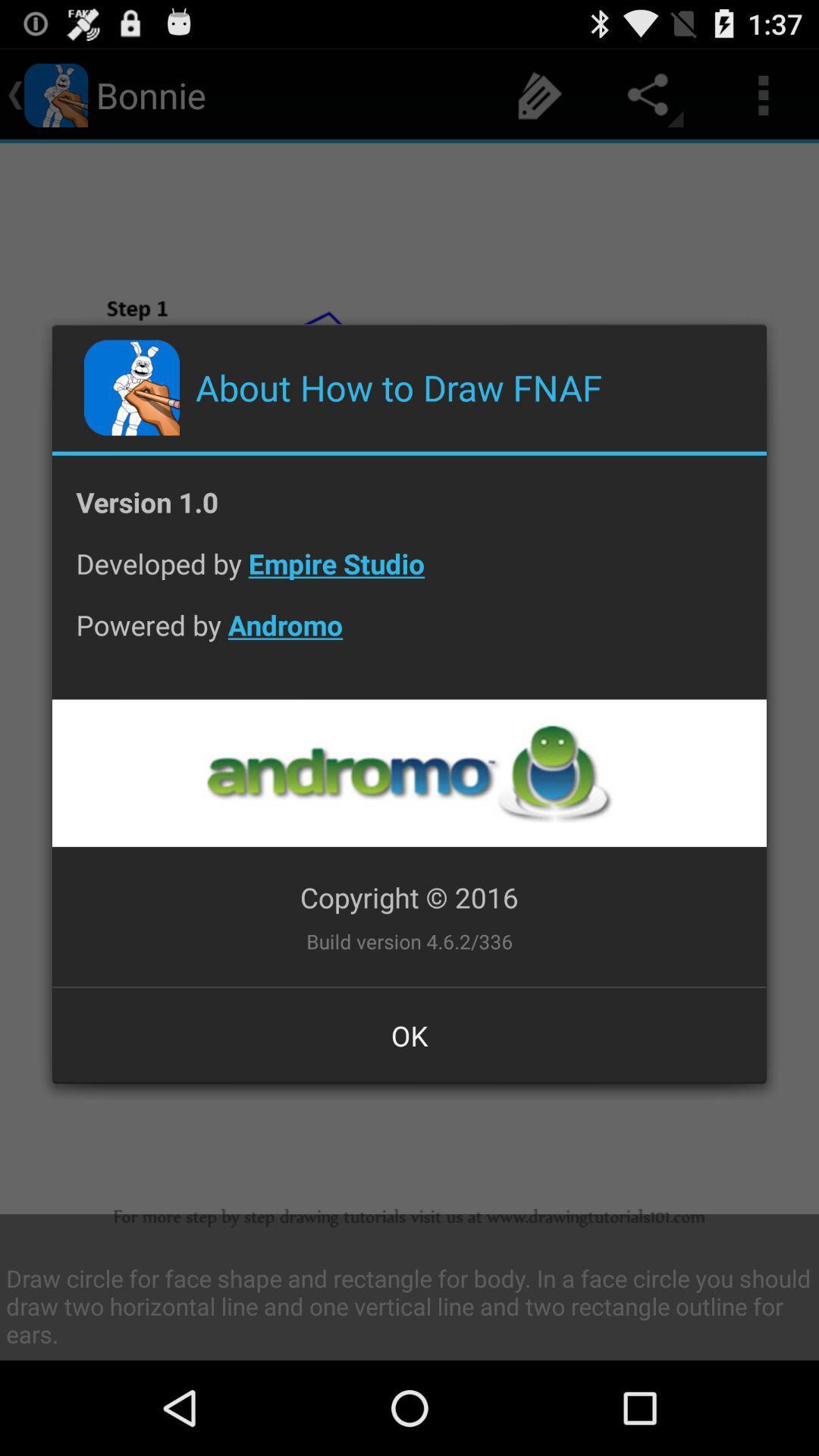 The height and width of the screenshot is (1456, 819). I want to click on ok button, so click(409, 1034).